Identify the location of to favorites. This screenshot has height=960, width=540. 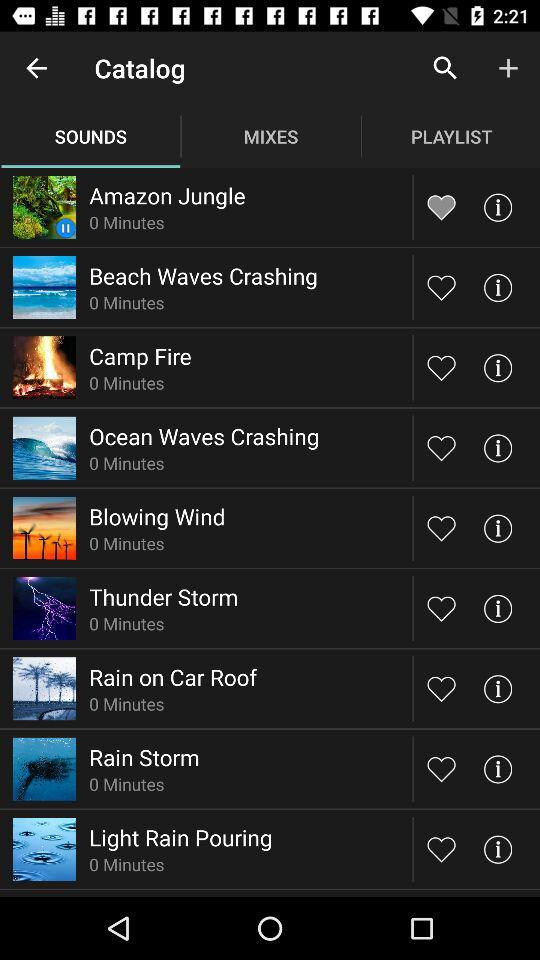
(441, 527).